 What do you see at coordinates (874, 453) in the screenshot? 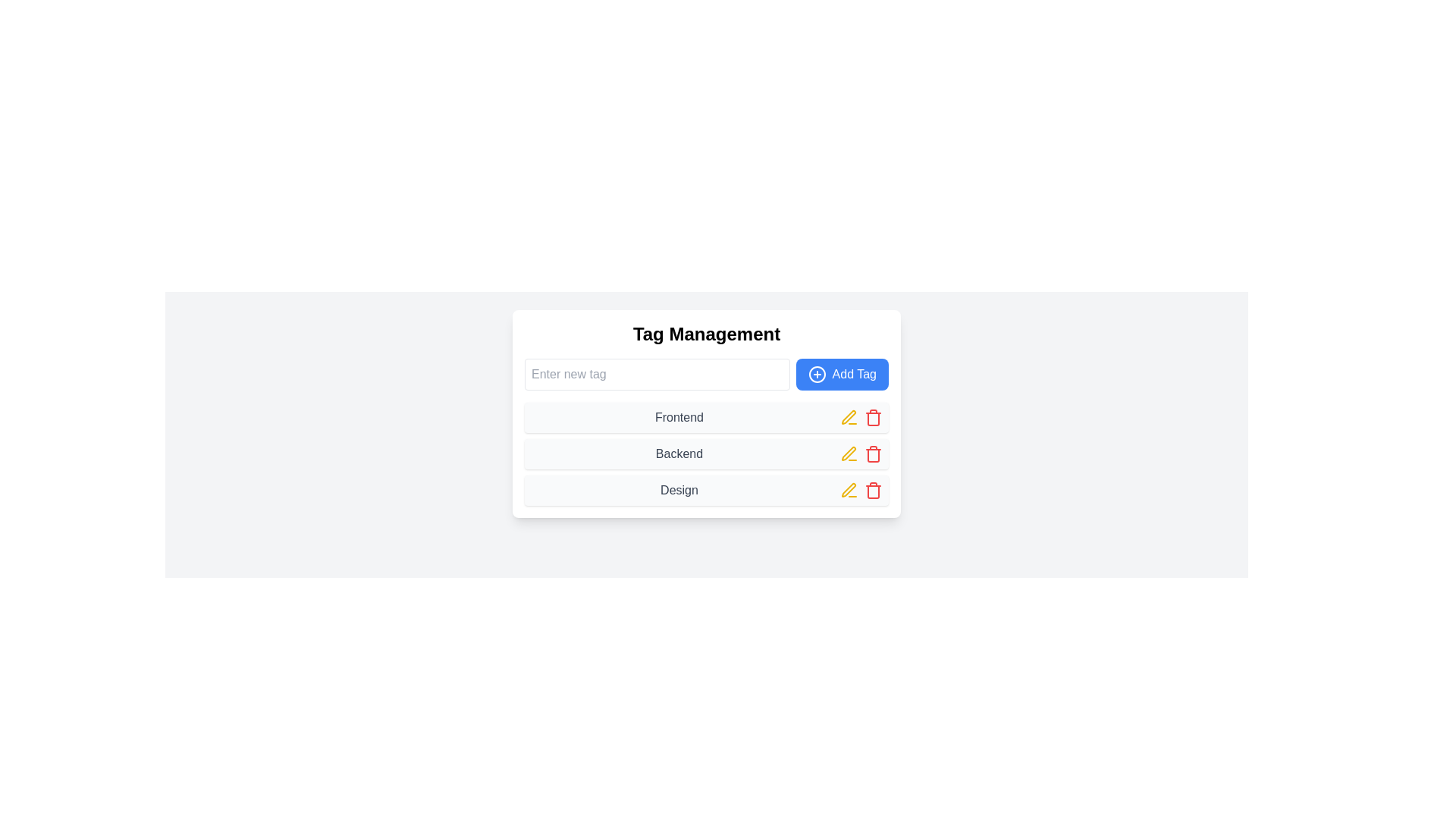
I see `the red trash can icon button located on the far right of the second row in the Tag Management interface` at bounding box center [874, 453].